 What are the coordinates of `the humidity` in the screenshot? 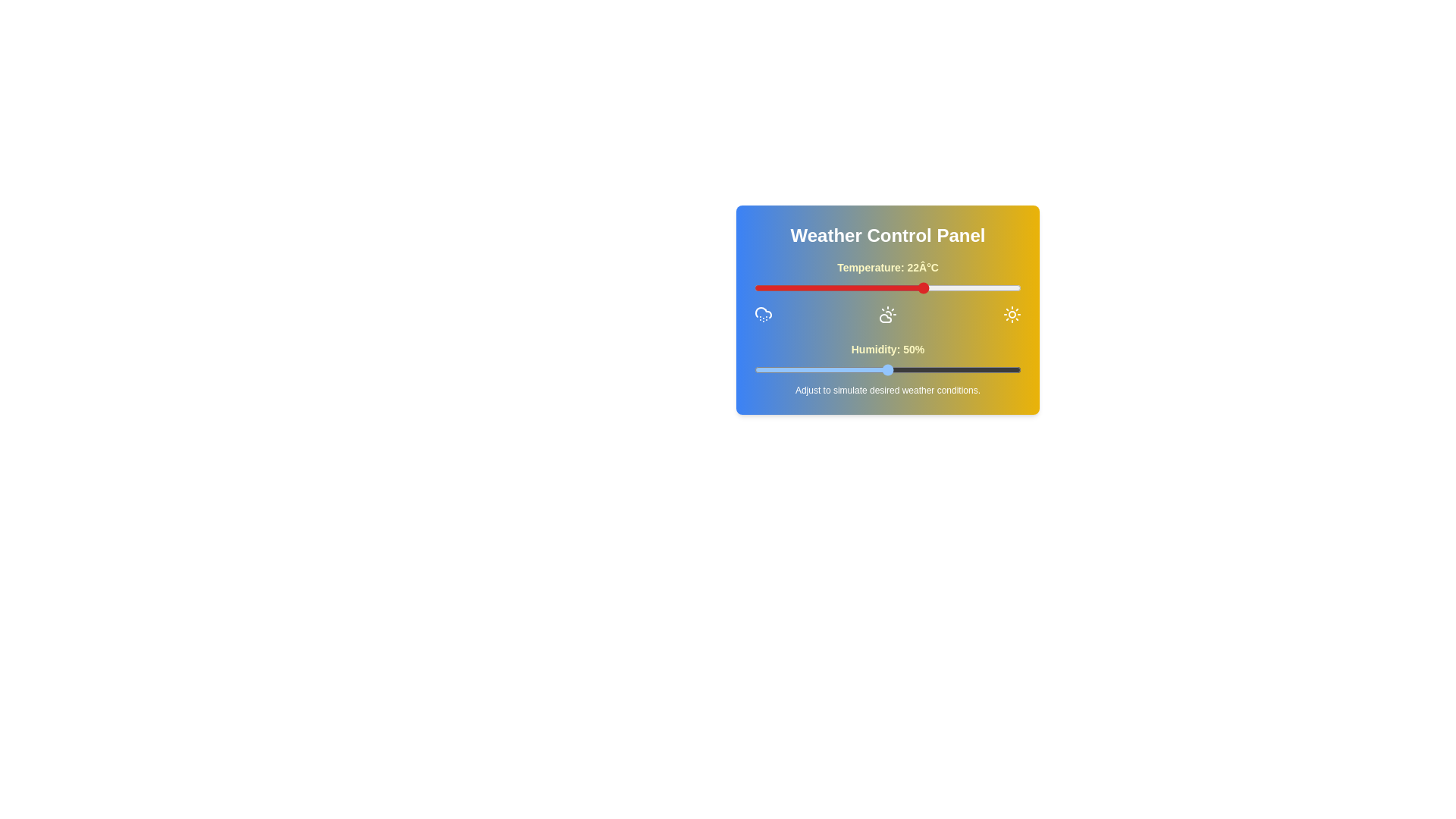 It's located at (839, 370).